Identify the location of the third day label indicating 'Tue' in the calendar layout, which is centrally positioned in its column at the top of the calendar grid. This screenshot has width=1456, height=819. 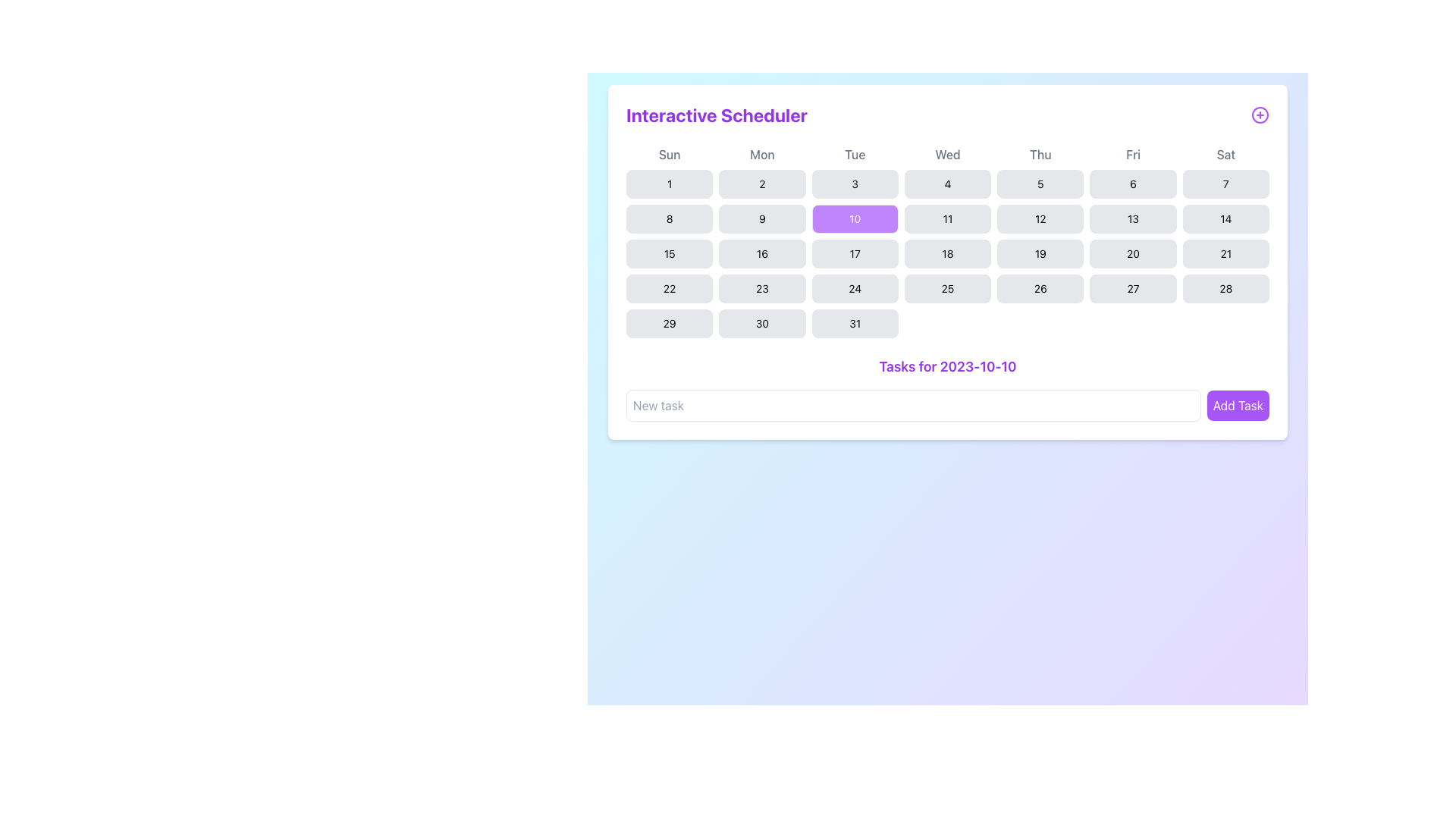
(855, 155).